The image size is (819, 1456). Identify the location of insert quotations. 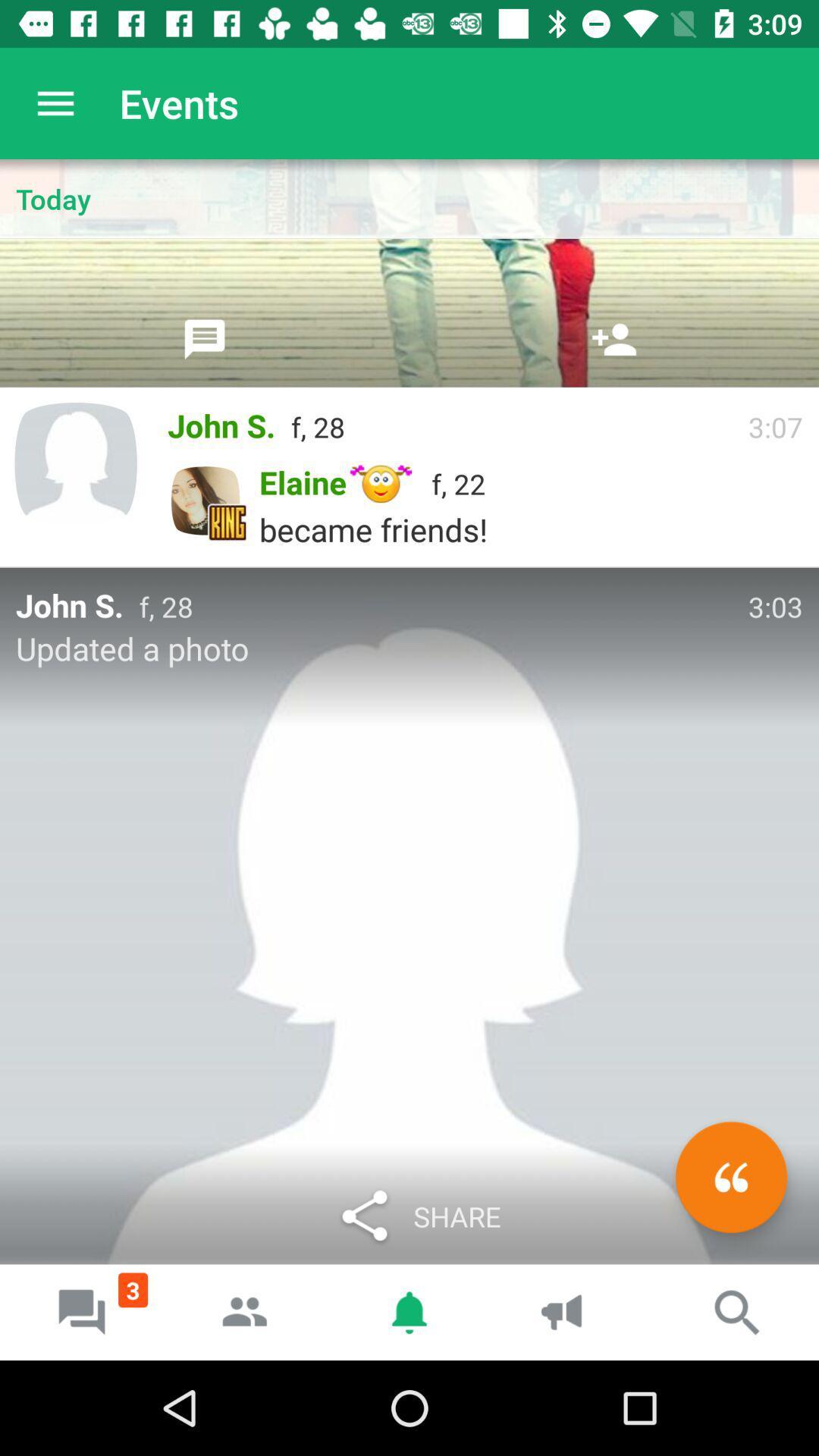
(730, 1176).